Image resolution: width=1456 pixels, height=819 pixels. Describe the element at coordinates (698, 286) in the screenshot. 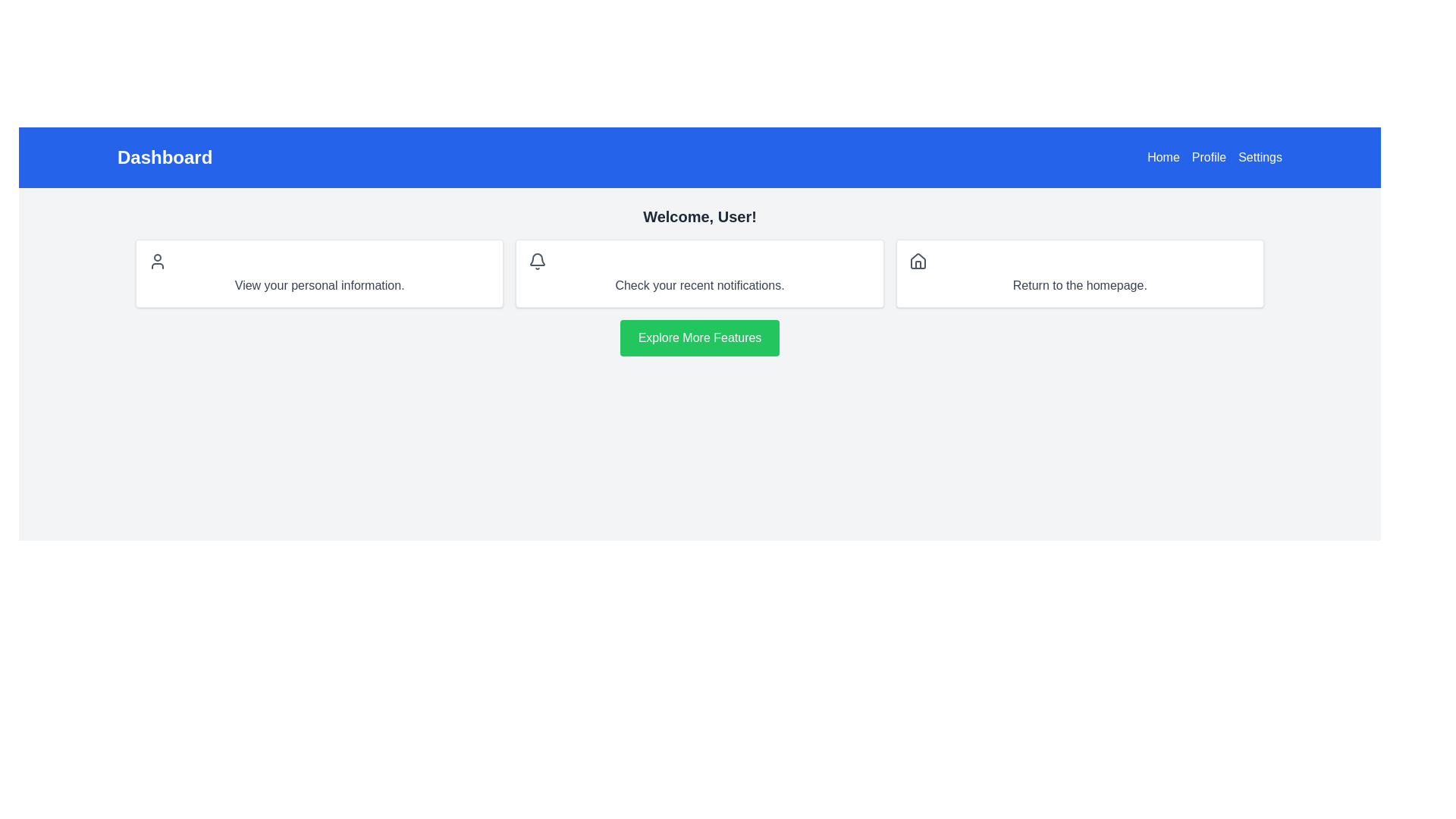

I see `the Text label that informs the user about recent notifications, located in the middle card below the 'Welcome, User!' header and to the right of a bell icon` at that location.